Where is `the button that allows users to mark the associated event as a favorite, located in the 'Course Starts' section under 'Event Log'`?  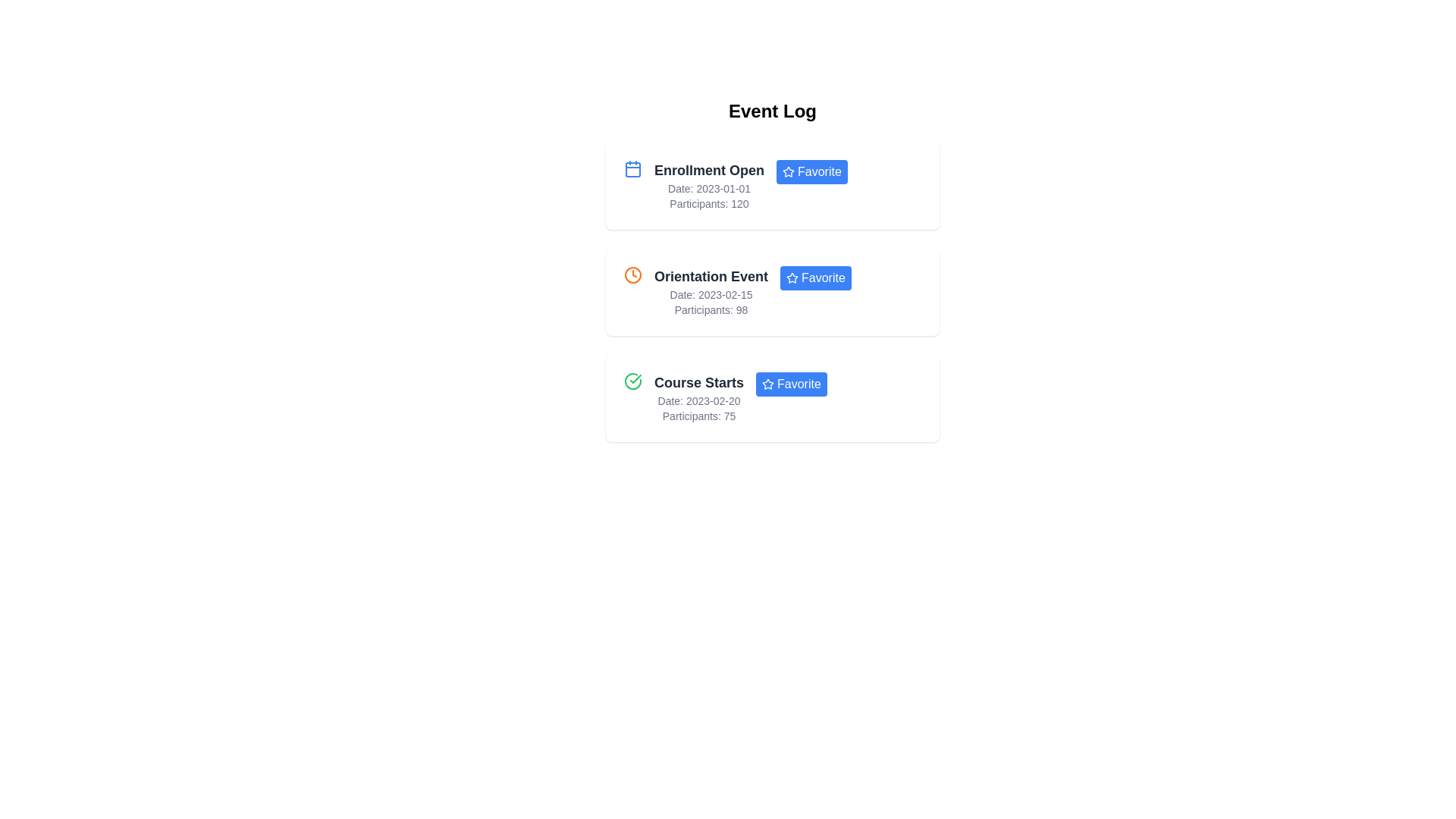
the button that allows users to mark the associated event as a favorite, located in the 'Course Starts' section under 'Event Log' is located at coordinates (790, 383).